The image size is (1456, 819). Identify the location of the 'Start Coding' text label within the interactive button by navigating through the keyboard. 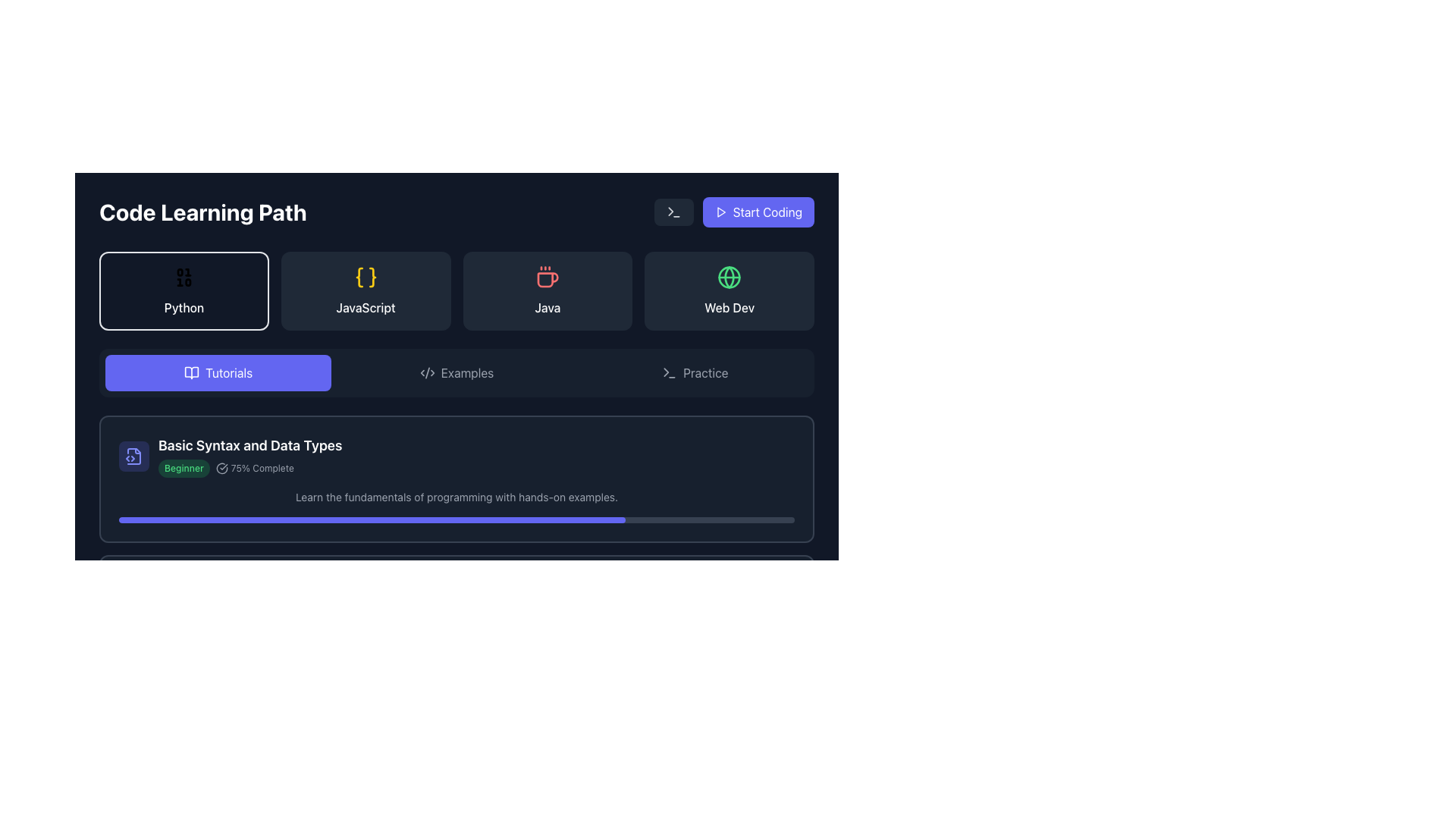
(767, 212).